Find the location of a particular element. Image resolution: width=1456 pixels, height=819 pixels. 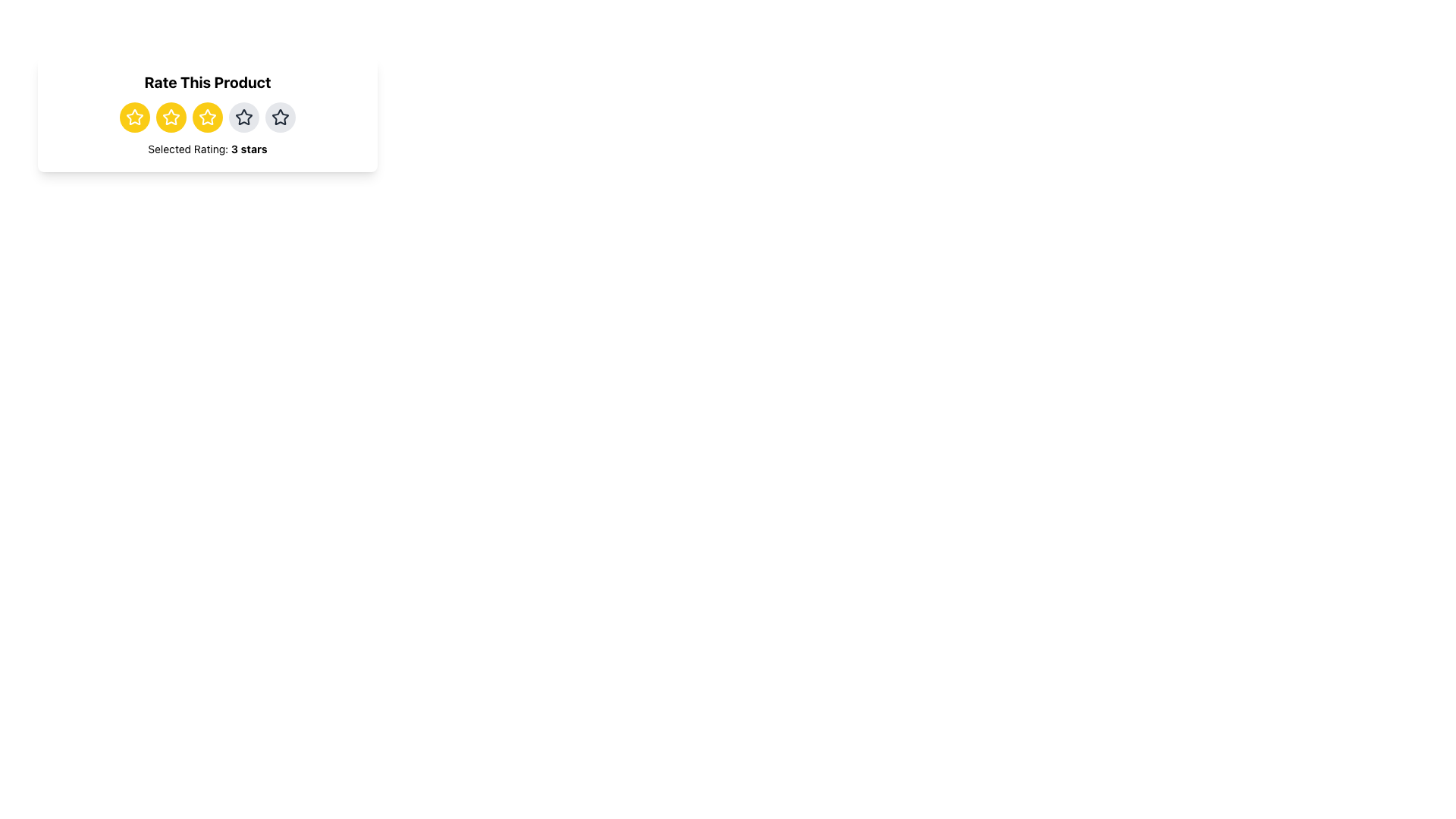

the first rating button below the text 'Rate This Product' is located at coordinates (134, 116).